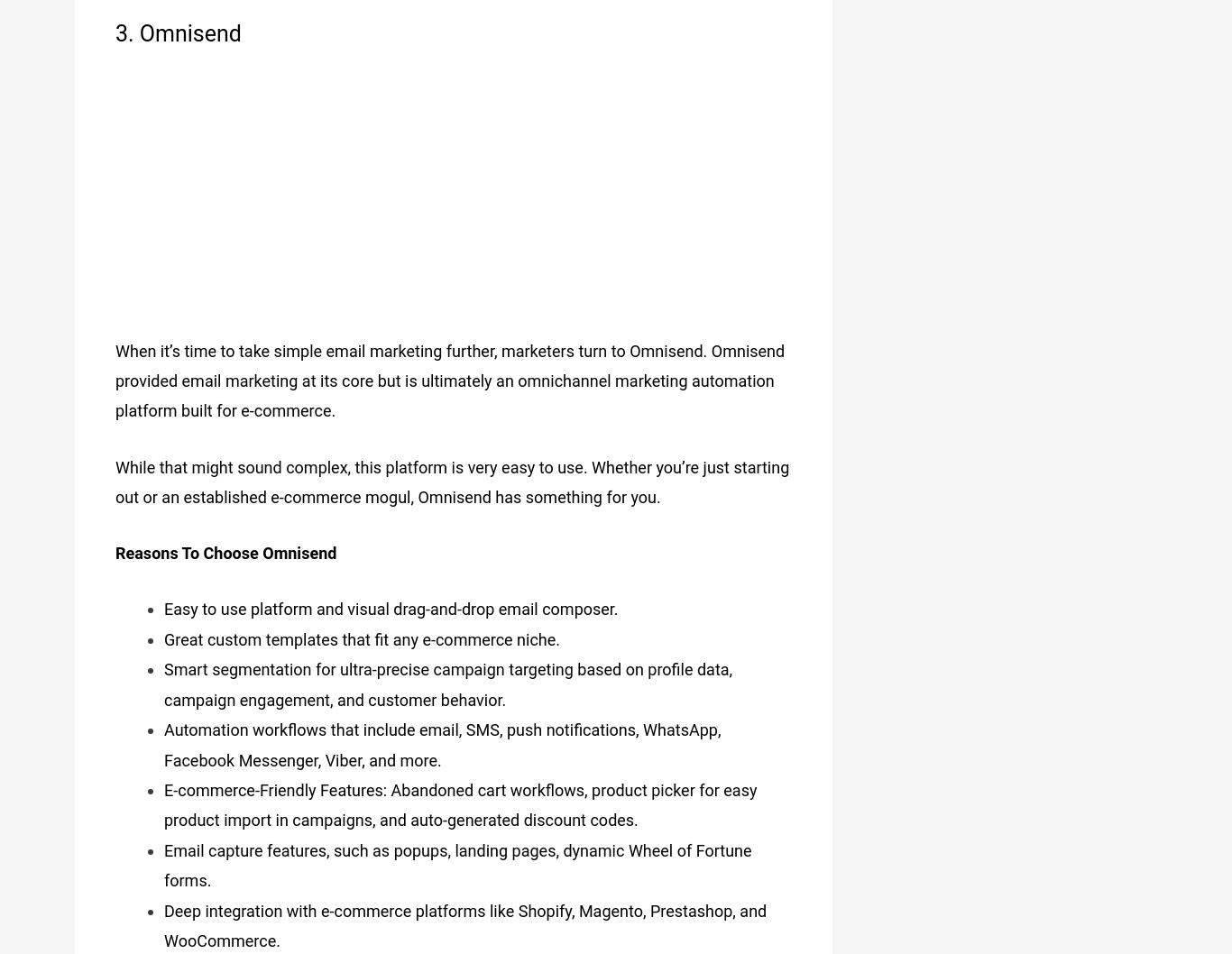 The image size is (1232, 954). I want to click on 'Smart segmentation for ultra-precise campaign targeting based on profile data, campaign engagement, and customer behavior.', so click(447, 678).